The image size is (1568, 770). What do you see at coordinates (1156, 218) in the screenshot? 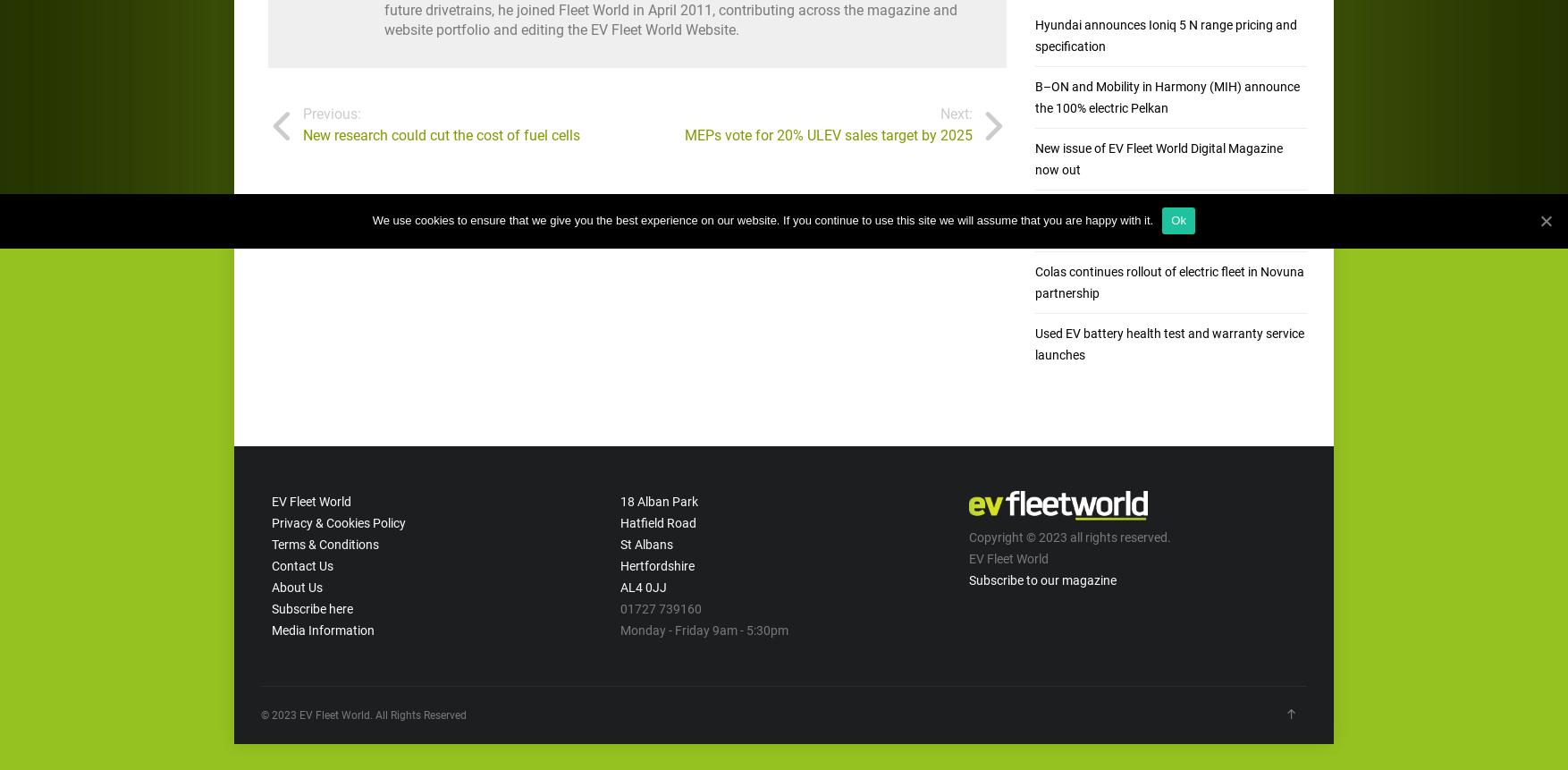
I see `'Jaguar Land Rover gears up Slovakian Nitra plant for EV production'` at bounding box center [1156, 218].